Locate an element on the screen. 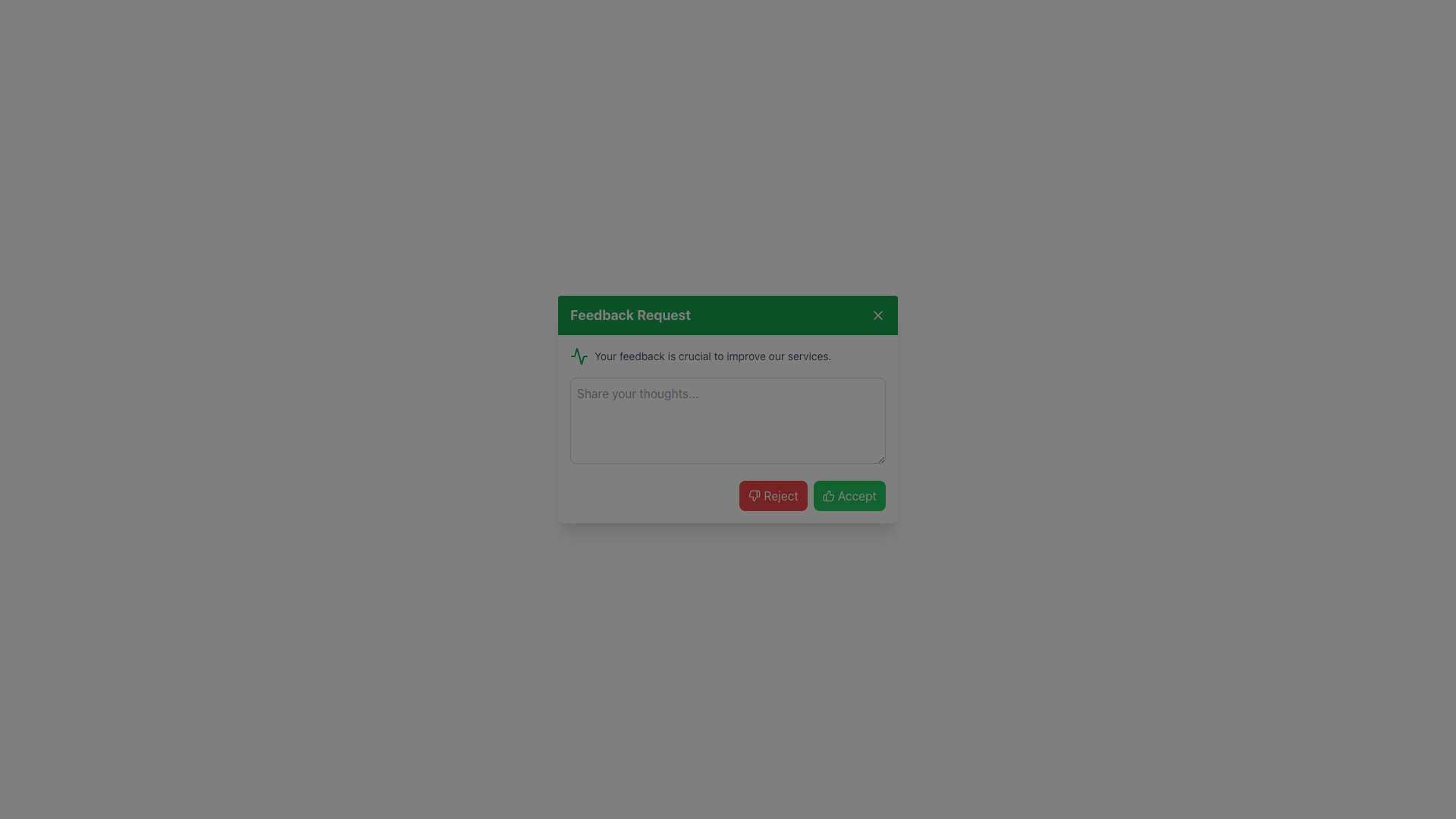 The height and width of the screenshot is (819, 1456). the 'Reject' button which contains the 'thumbs down' icon, located at the bottom left corner of the modal dialog is located at coordinates (755, 496).